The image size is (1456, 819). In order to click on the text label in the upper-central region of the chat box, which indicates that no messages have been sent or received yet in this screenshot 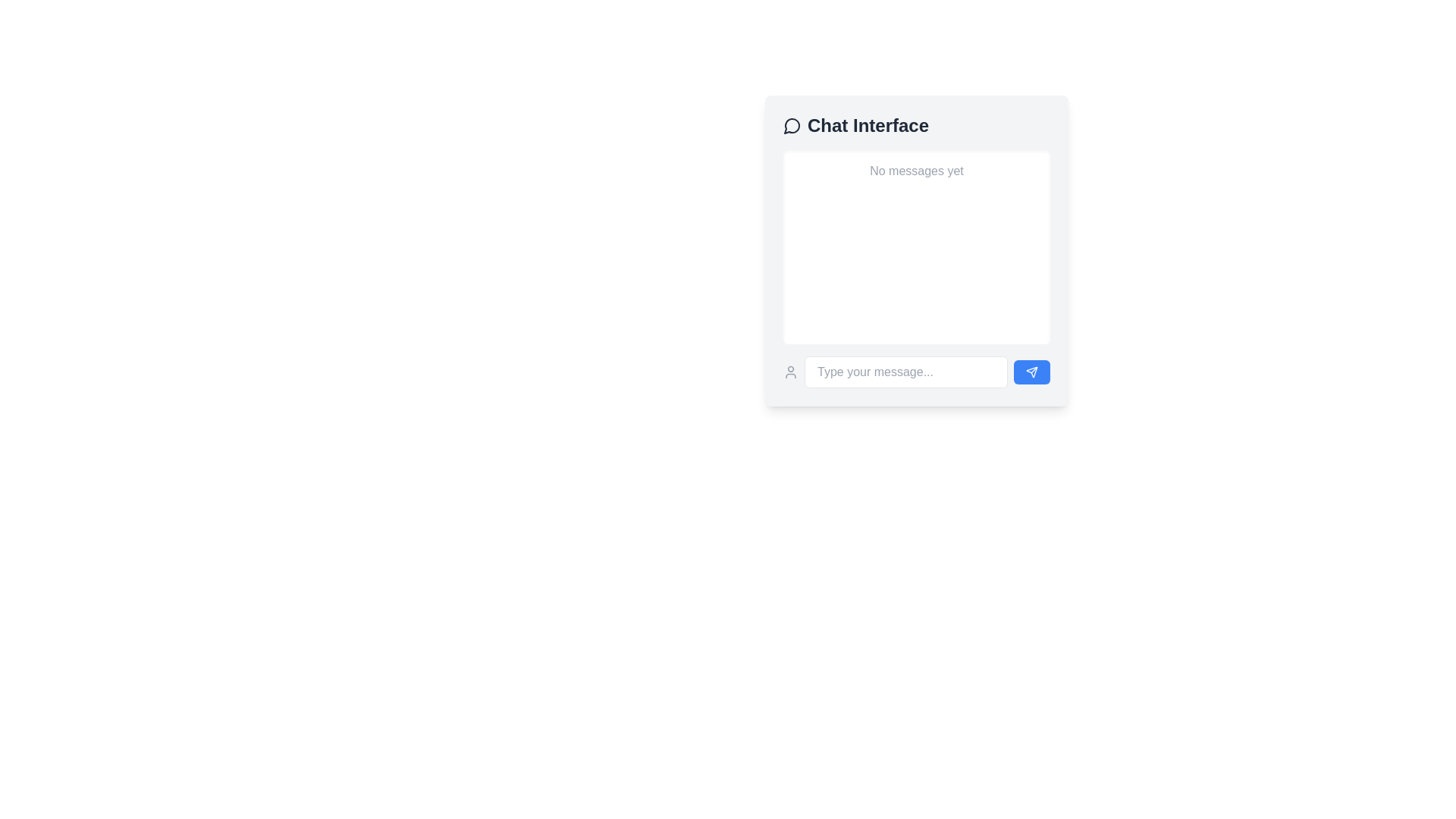, I will do `click(916, 171)`.